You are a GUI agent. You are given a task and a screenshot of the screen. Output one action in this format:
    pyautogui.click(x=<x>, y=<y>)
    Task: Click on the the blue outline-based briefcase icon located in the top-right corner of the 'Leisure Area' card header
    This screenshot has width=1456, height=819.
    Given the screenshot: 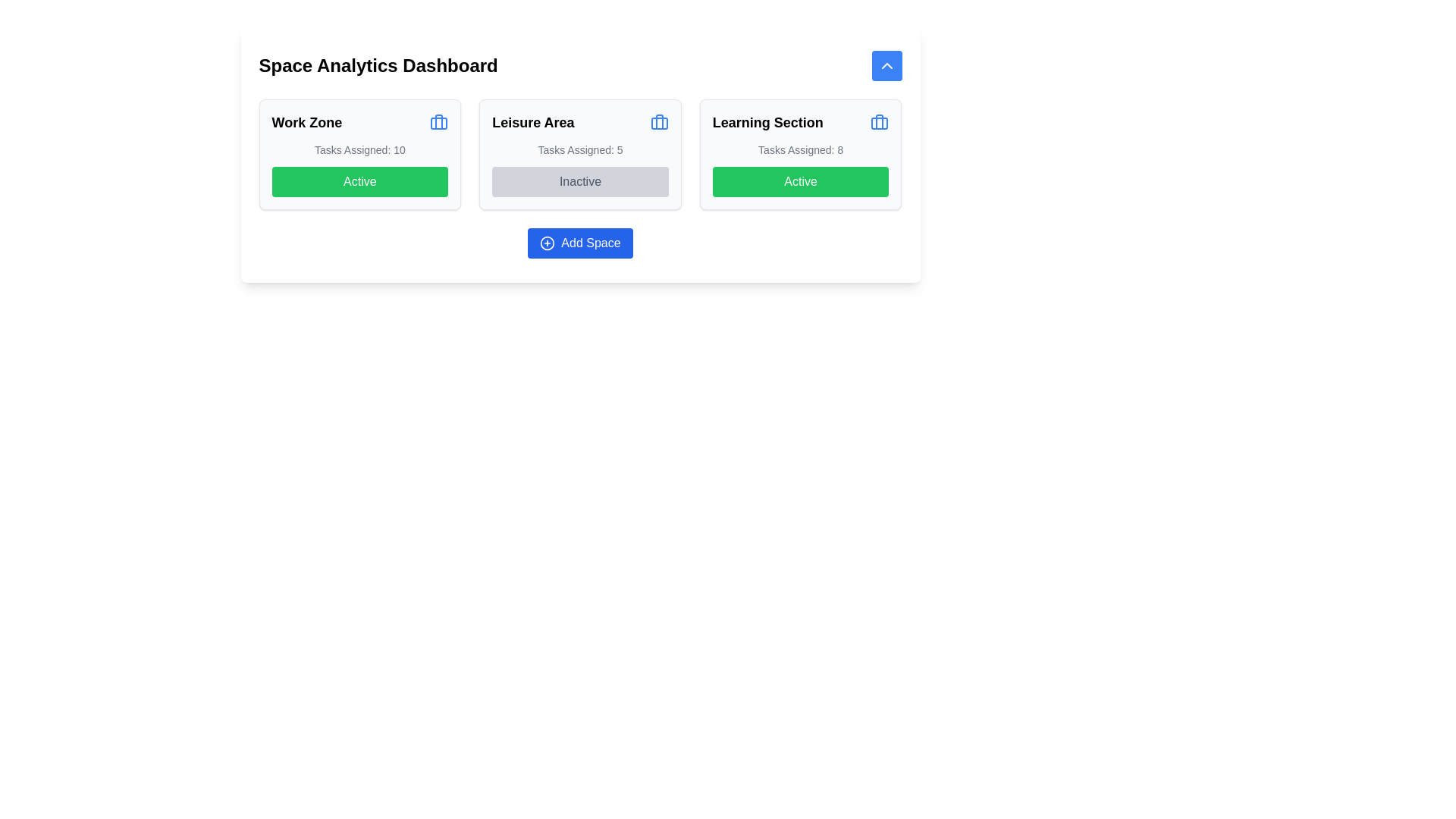 What is the action you would take?
    pyautogui.click(x=659, y=122)
    